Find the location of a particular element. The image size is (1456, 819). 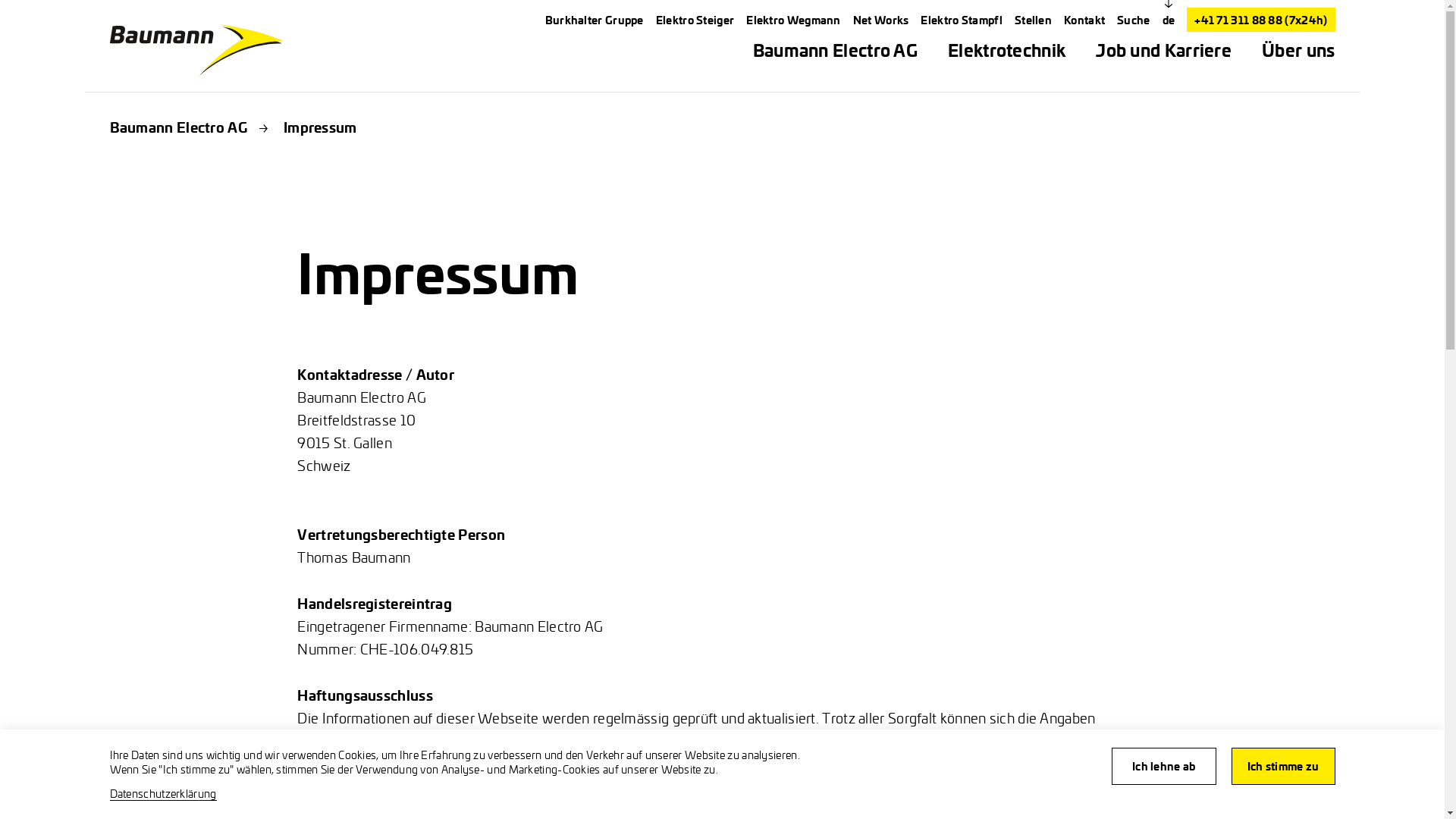

'Job und Karriere' is located at coordinates (1163, 49).